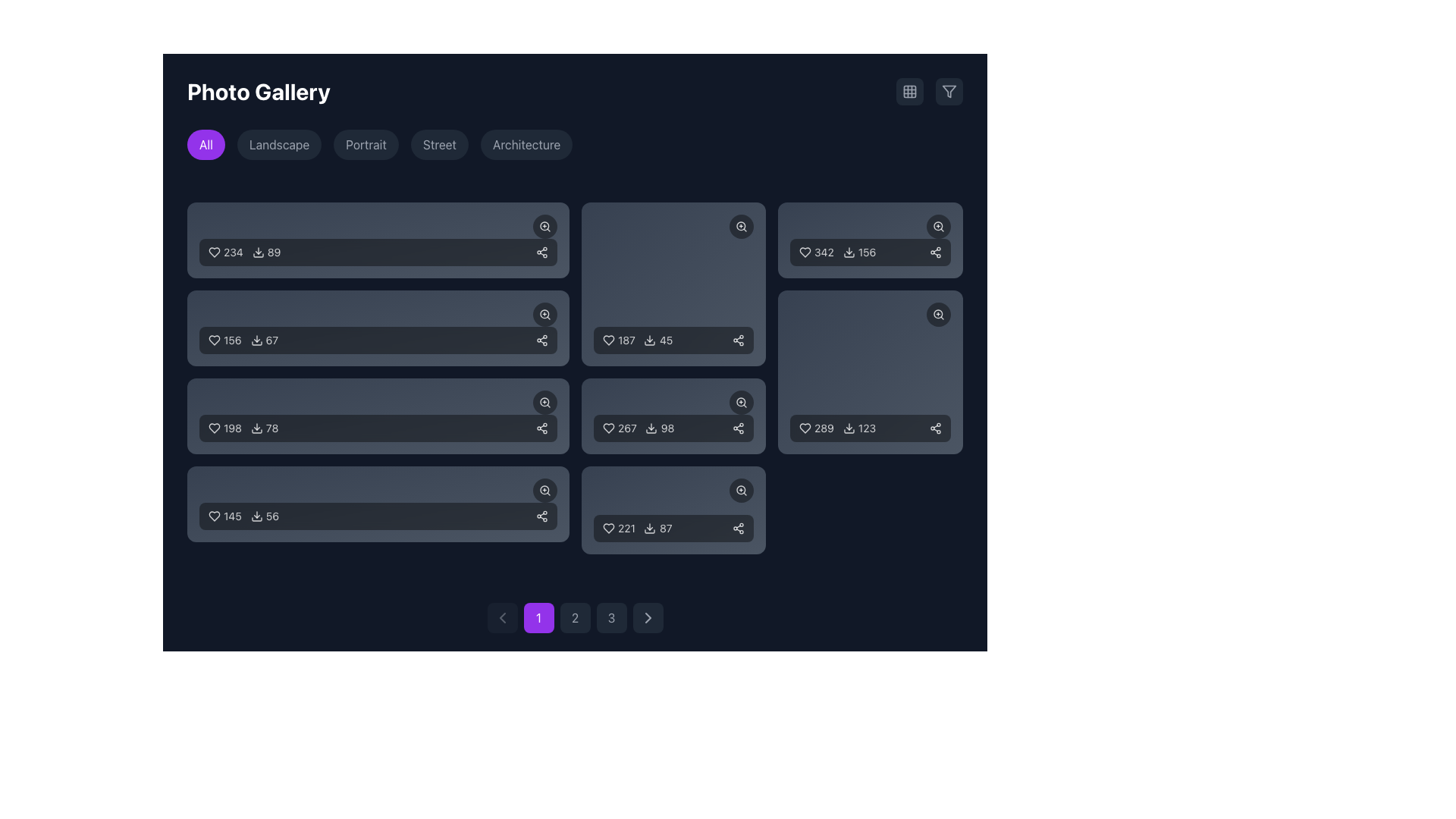  What do you see at coordinates (937, 313) in the screenshot?
I see `the zoom-in graphical icon located at the bottom-right corner of the grid's placeholder` at bounding box center [937, 313].